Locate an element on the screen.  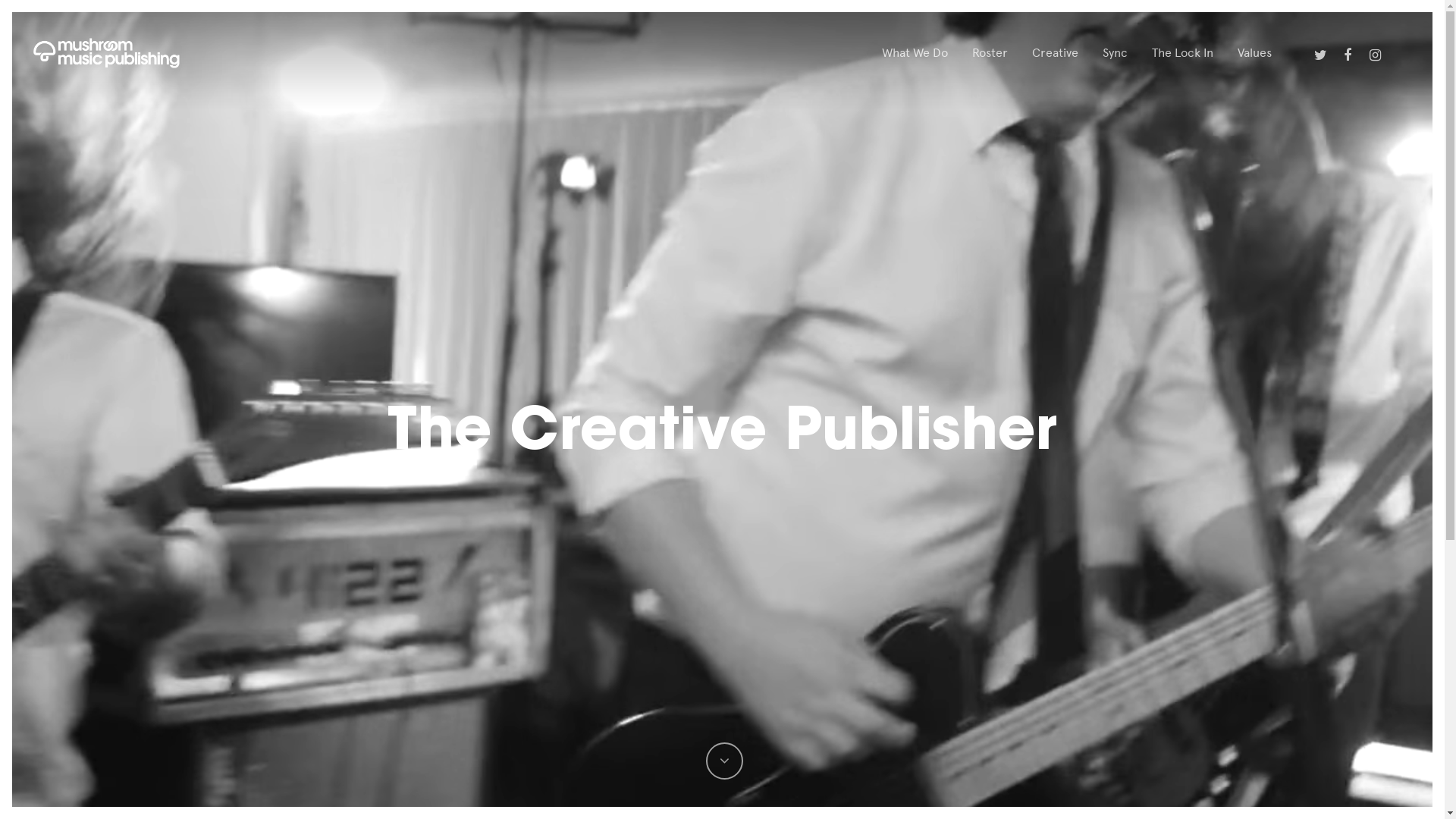
'Roster' is located at coordinates (971, 52).